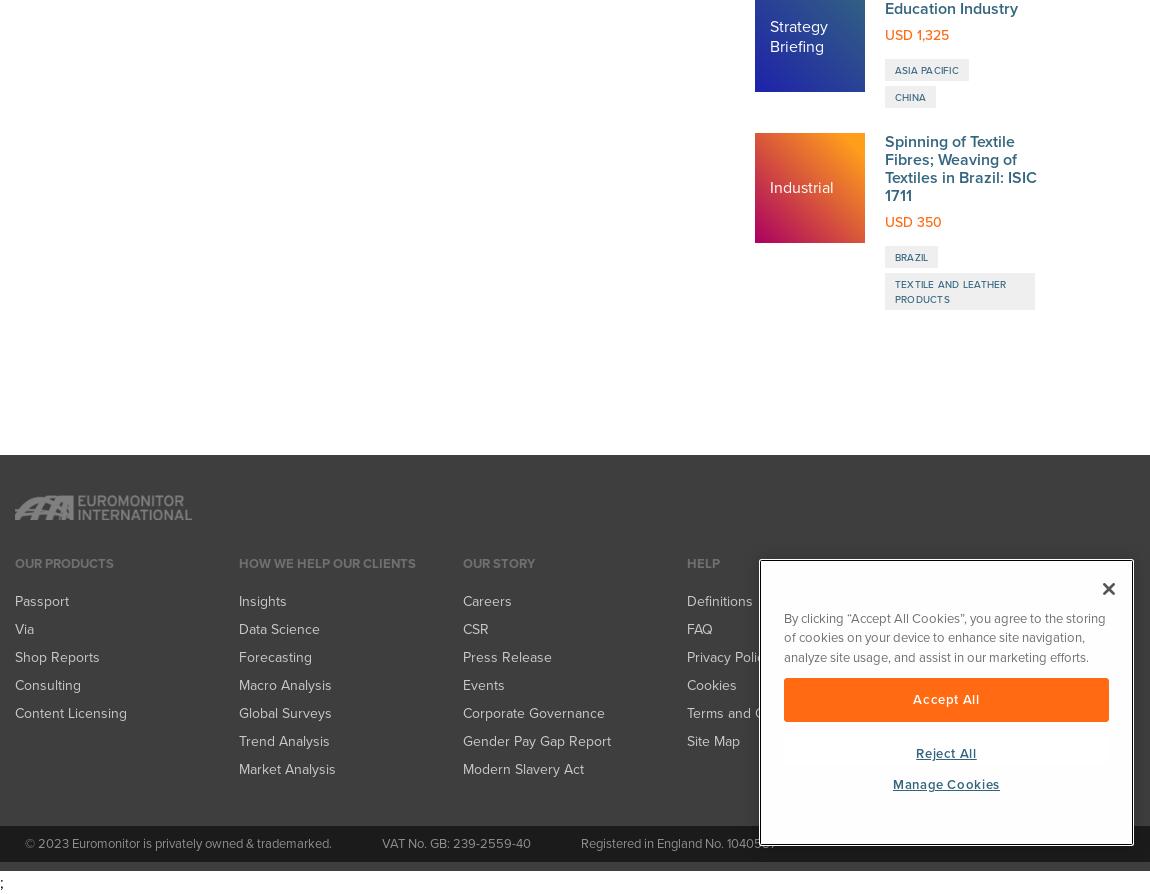 Image resolution: width=1150 pixels, height=894 pixels. Describe the element at coordinates (712, 90) in the screenshot. I see `'Site Map'` at that location.